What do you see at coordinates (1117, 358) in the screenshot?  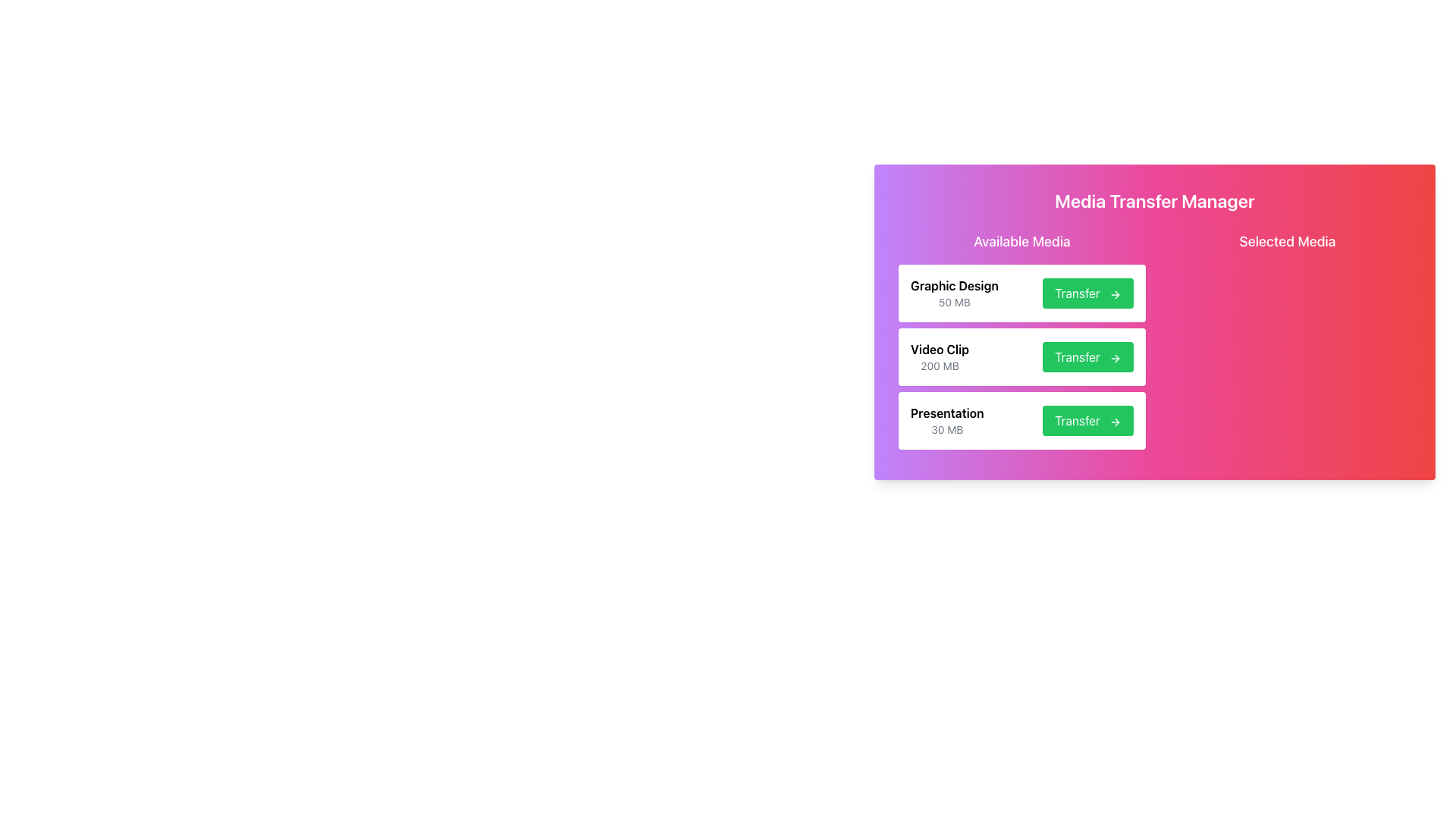 I see `the stylized arrow icon located on the right side of the 'Transfer' button` at bounding box center [1117, 358].